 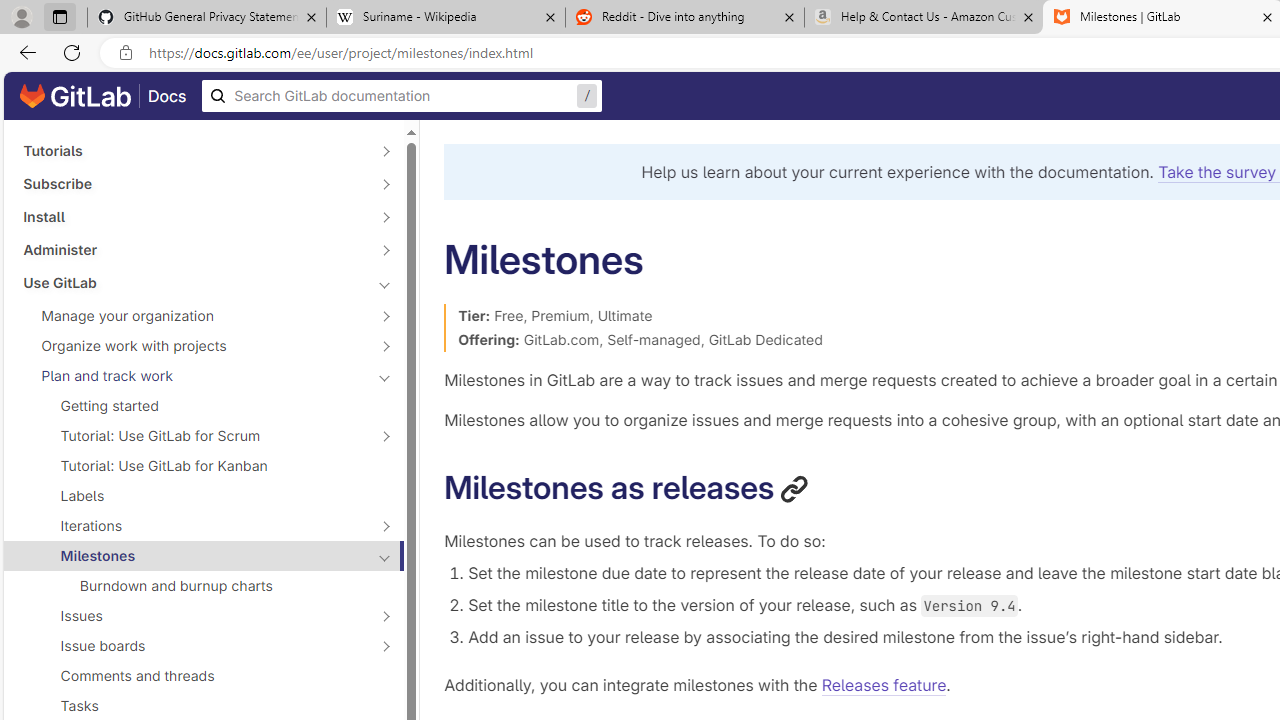 I want to click on 'Suriname - Wikipedia', so click(x=444, y=17).